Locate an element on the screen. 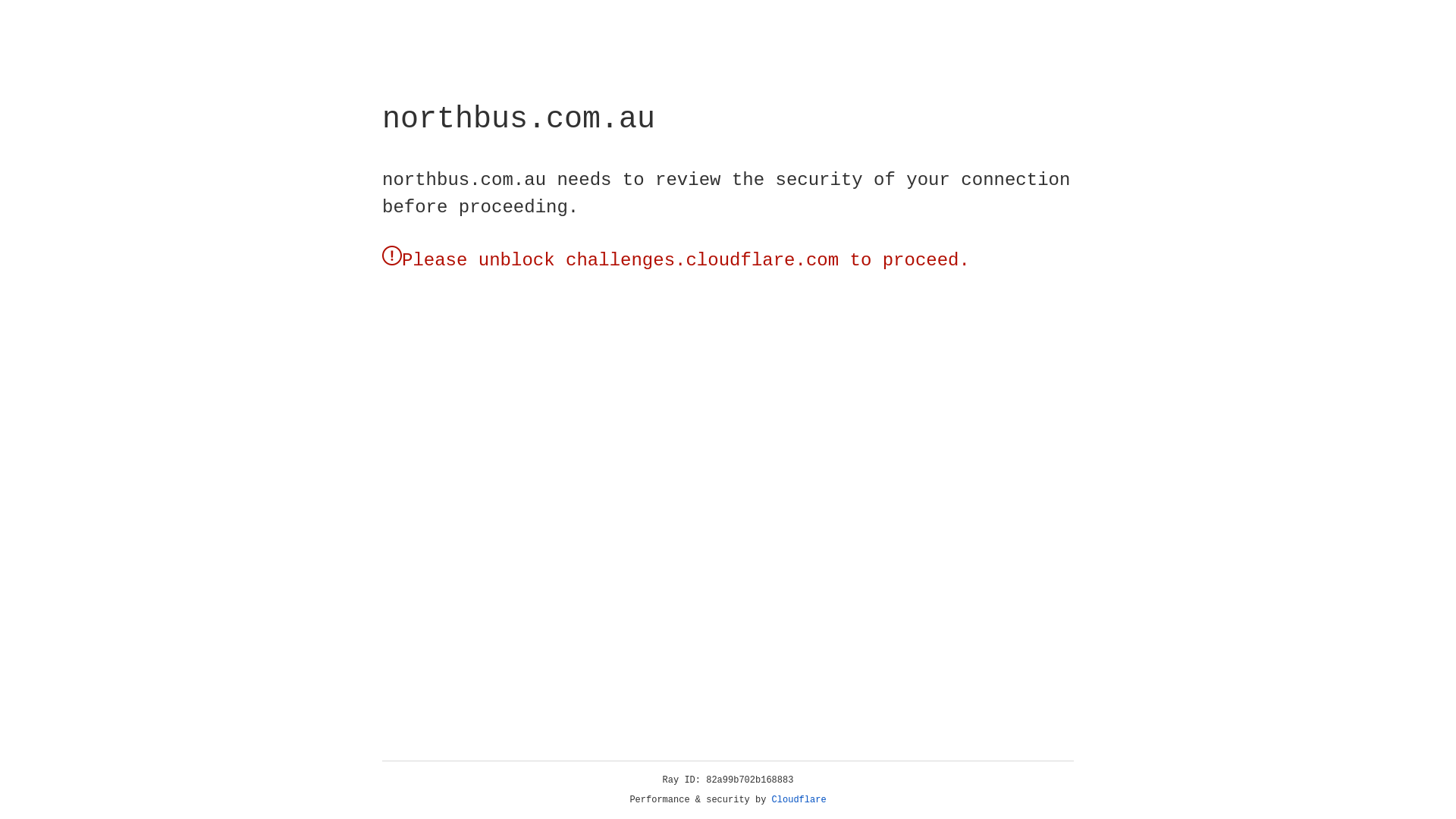 This screenshot has height=819, width=1456. 'Cloudflare' is located at coordinates (771, 799).